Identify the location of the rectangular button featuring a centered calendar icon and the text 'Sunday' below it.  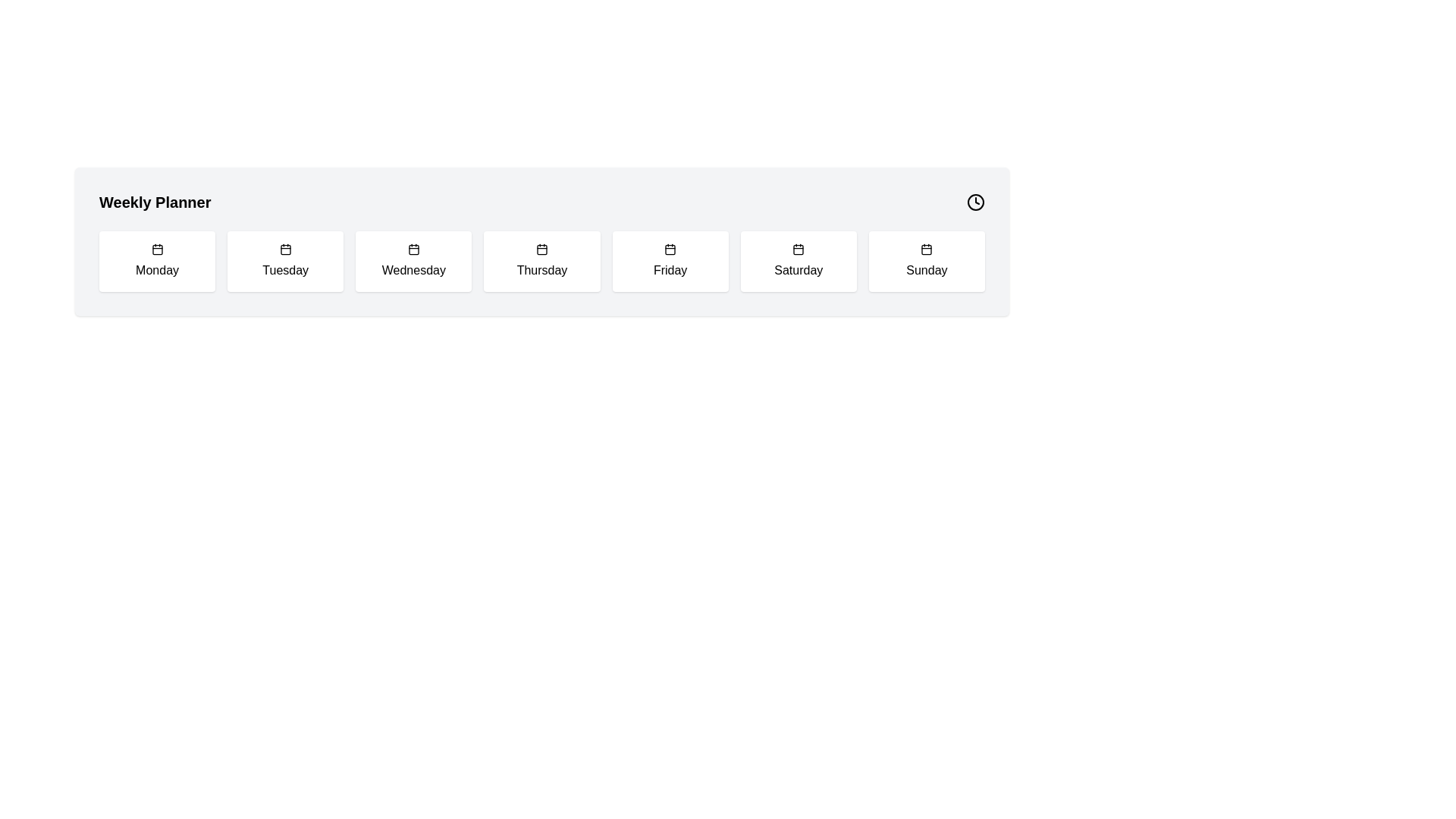
(926, 260).